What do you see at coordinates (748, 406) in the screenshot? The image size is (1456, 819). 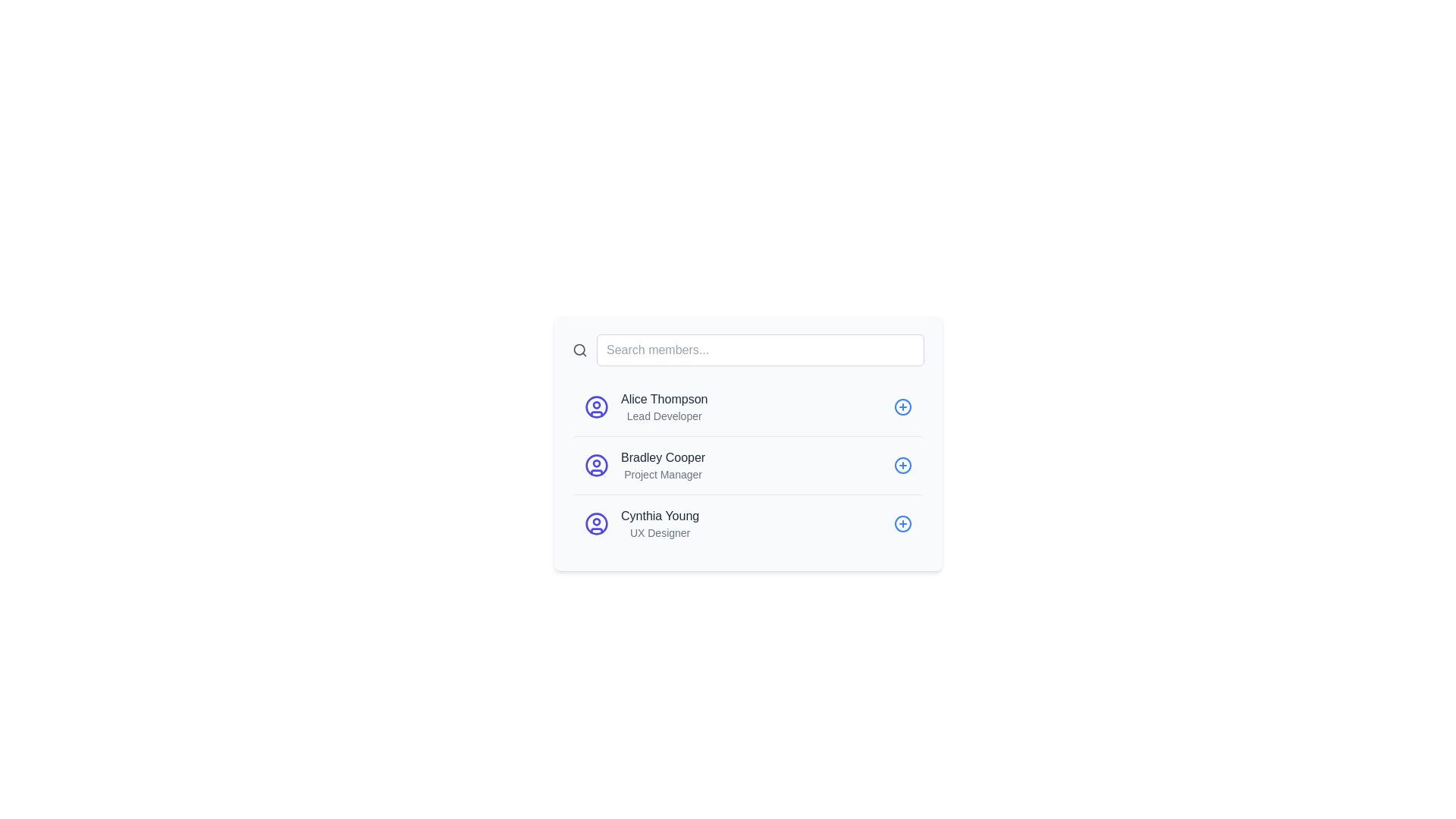 I see `the first user profile item in the vertical list` at bounding box center [748, 406].